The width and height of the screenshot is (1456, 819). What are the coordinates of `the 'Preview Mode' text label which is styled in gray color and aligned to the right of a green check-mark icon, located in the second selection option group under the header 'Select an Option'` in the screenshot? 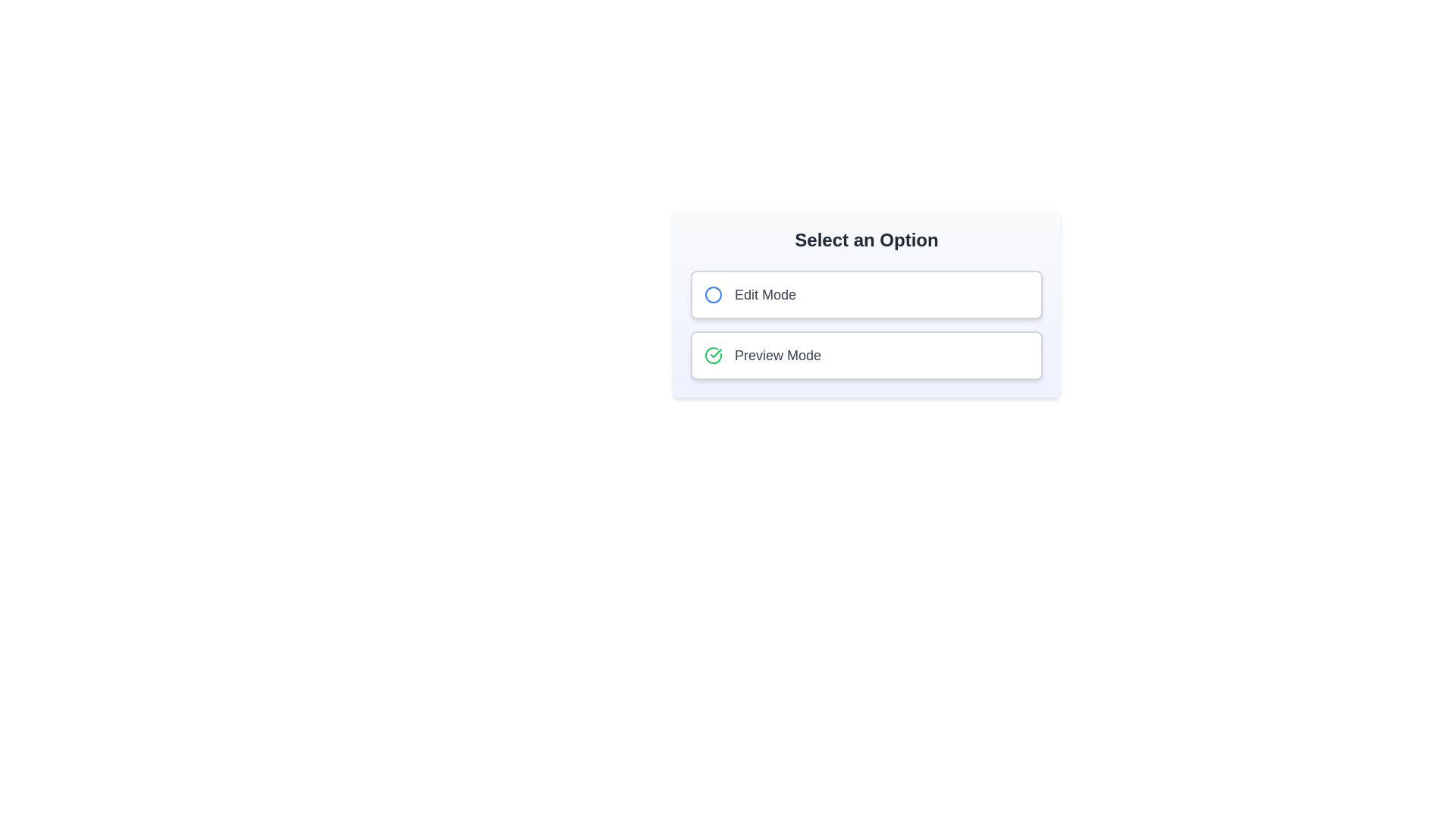 It's located at (778, 356).